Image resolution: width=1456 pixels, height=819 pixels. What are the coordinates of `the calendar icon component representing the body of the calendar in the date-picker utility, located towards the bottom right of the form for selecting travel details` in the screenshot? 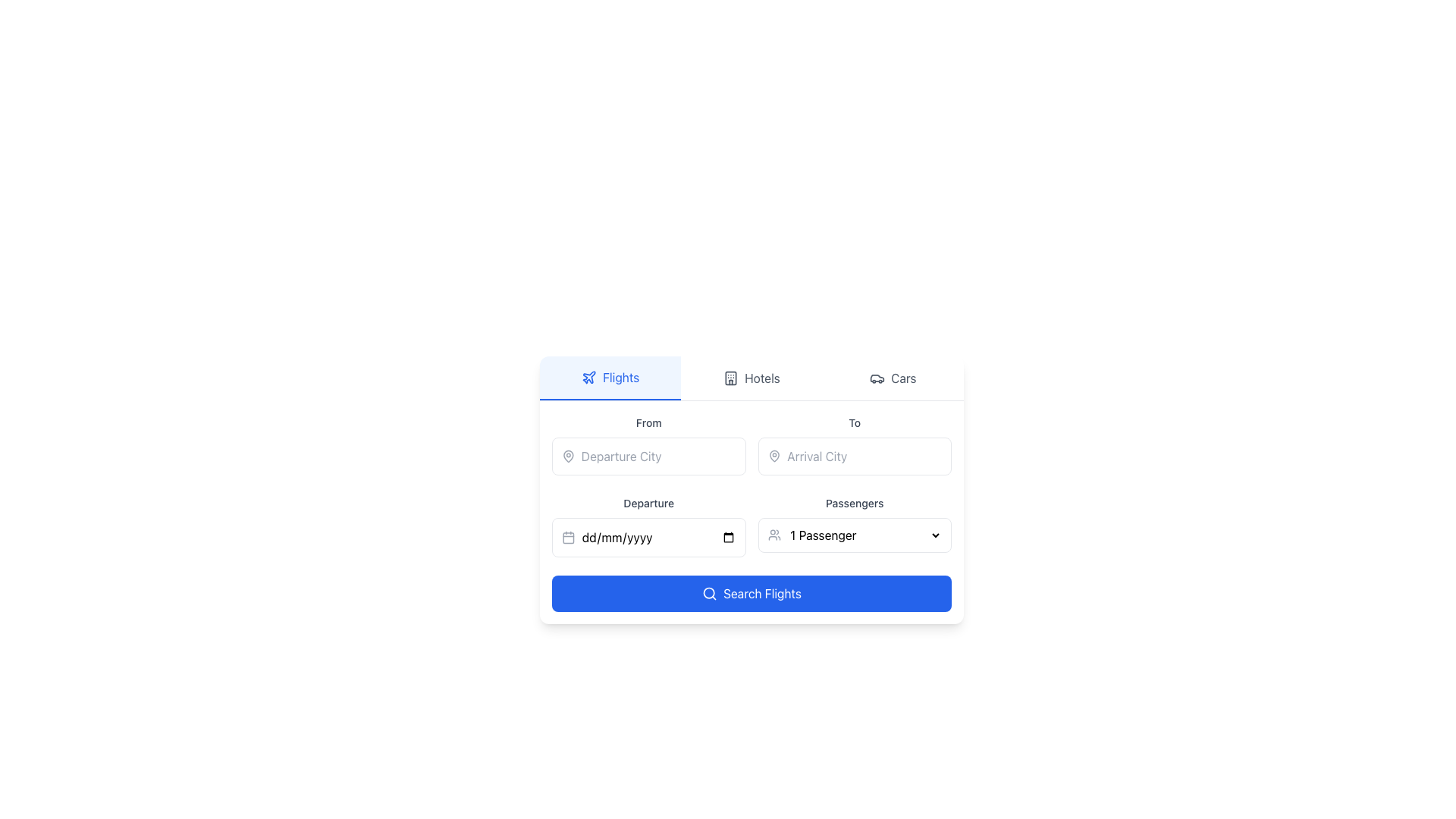 It's located at (567, 537).